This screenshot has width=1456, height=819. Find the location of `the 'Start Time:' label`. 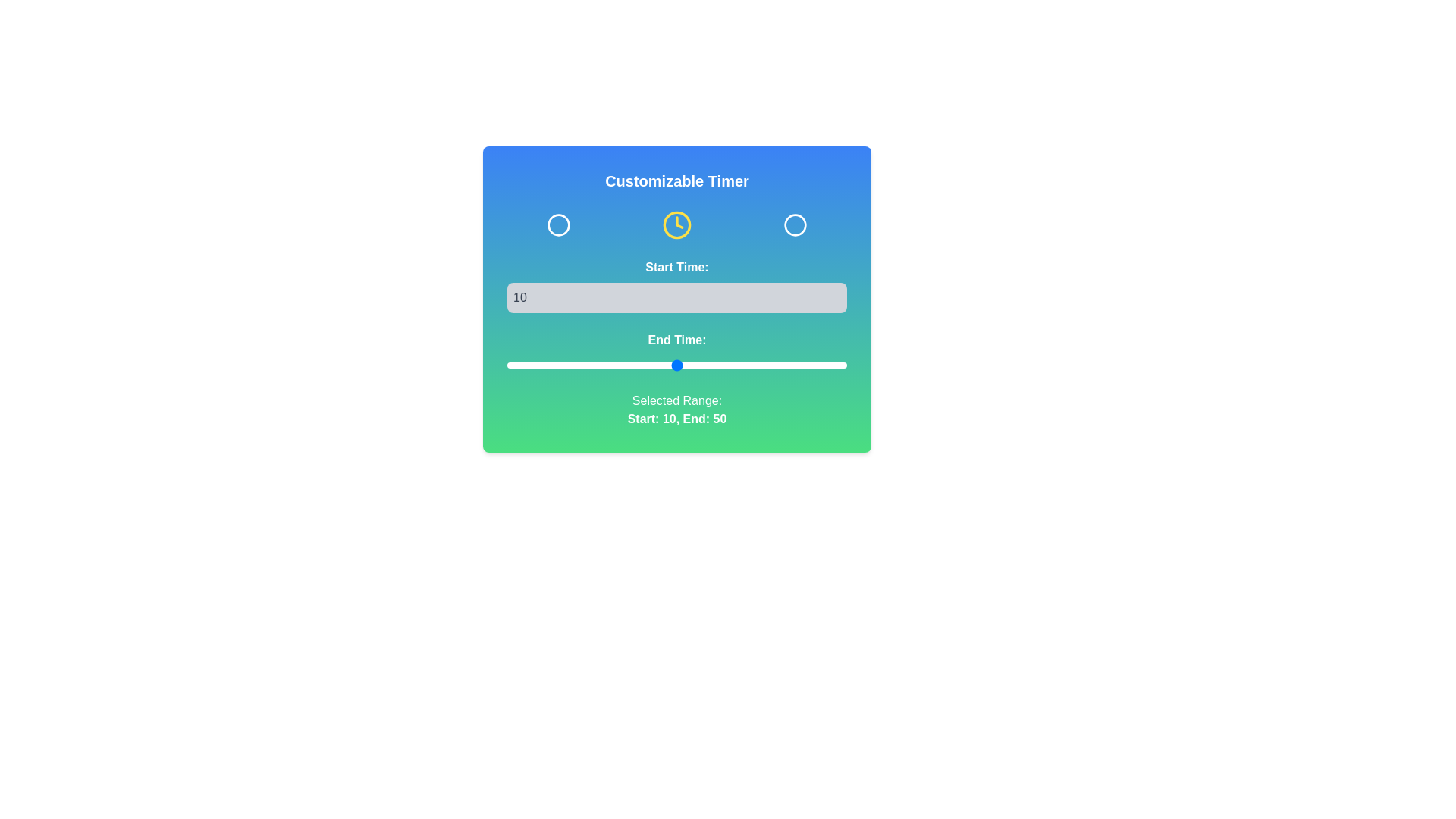

the 'Start Time:' label is located at coordinates (676, 286).